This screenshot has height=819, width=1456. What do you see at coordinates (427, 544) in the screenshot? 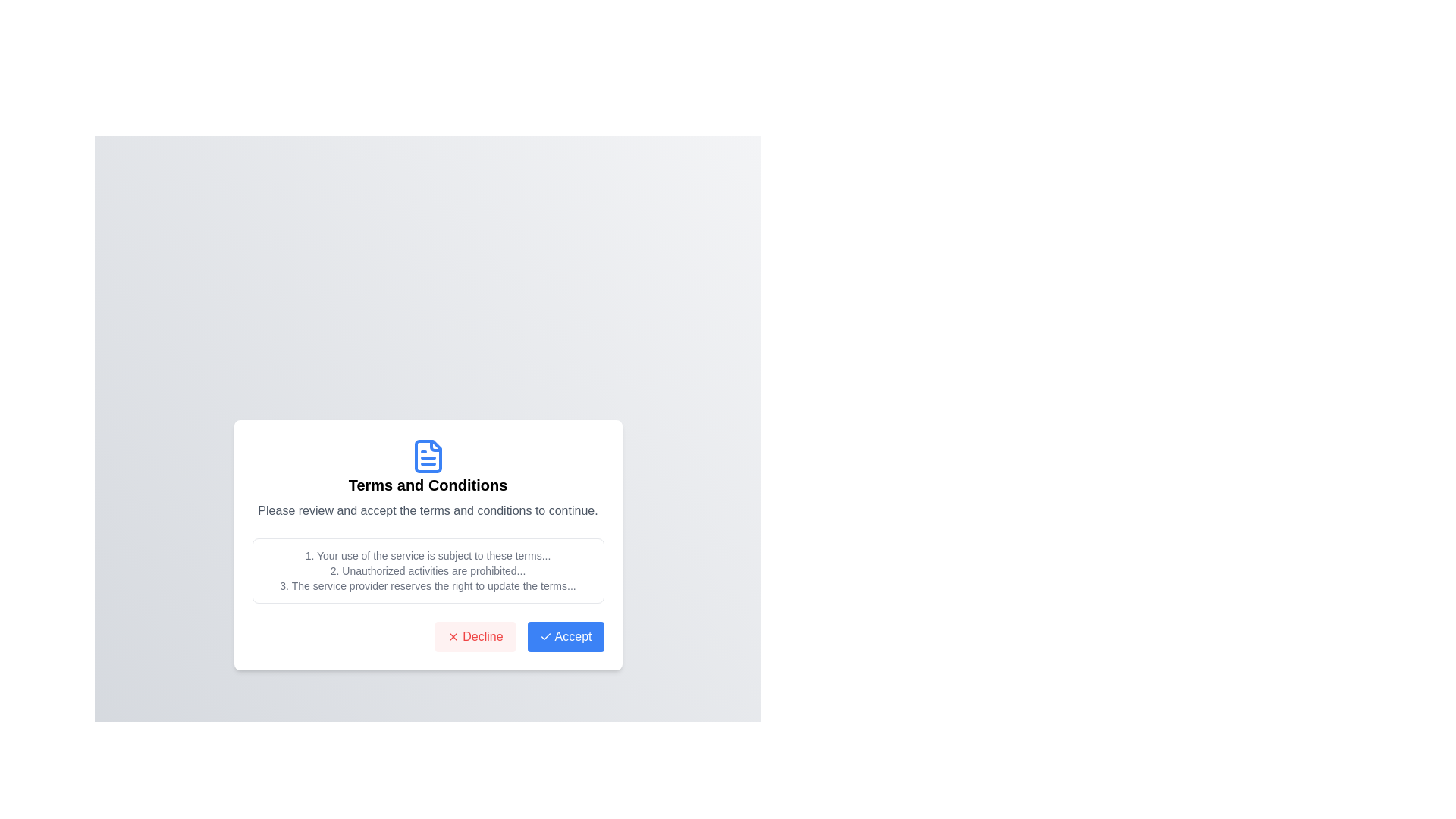
I see `terms displayed inside the terms and conditions modal dialog box, which is centrally placed and the only large modal in view` at bounding box center [427, 544].